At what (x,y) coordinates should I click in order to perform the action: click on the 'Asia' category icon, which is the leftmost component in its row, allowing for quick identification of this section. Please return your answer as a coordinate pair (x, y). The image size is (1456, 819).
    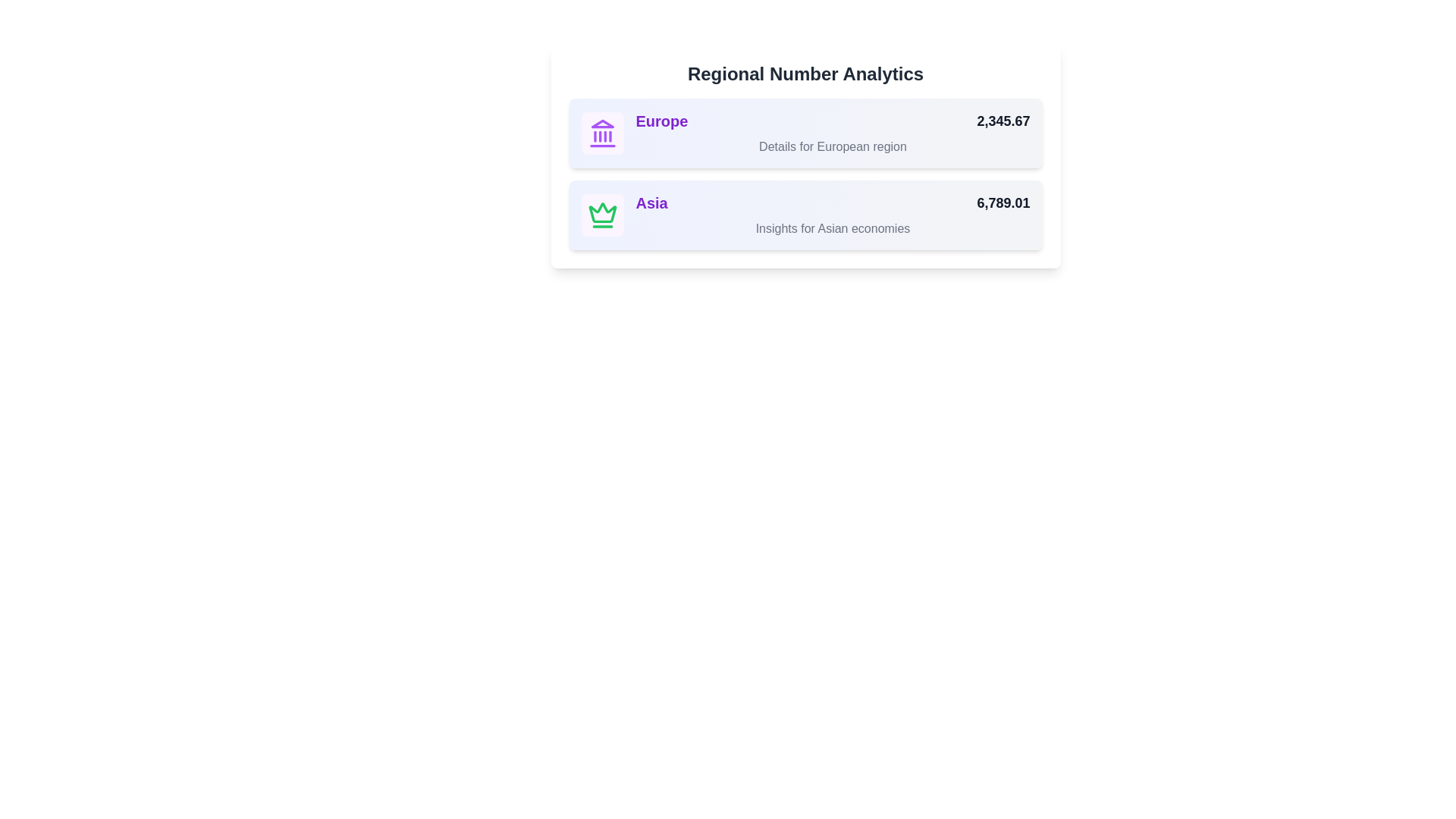
    Looking at the image, I should click on (601, 212).